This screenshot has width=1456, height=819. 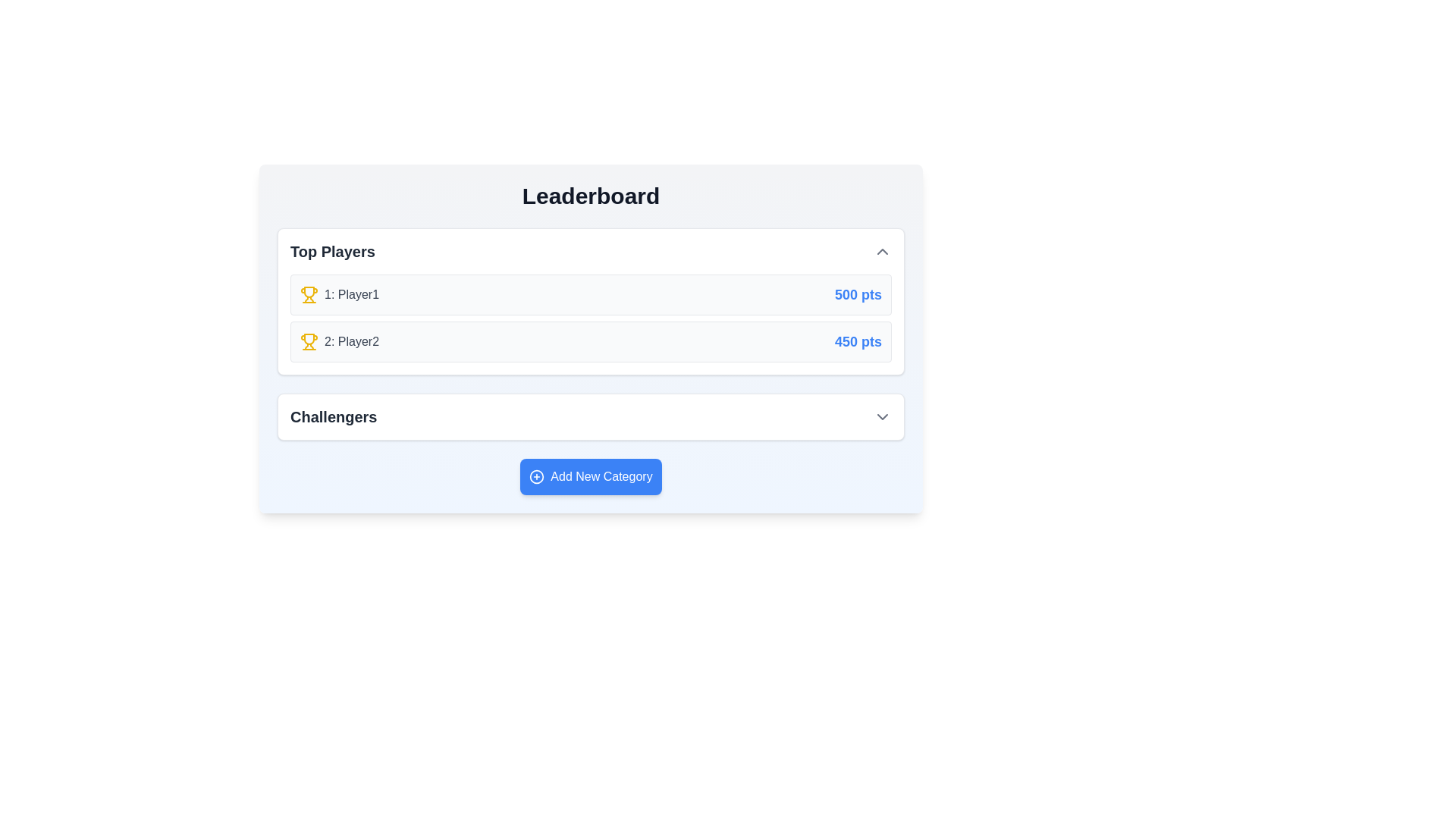 I want to click on the plus icon with a thin blue outline located inside the blue 'Add New Category' button, positioned below the 'Challengers' section, so click(x=537, y=475).